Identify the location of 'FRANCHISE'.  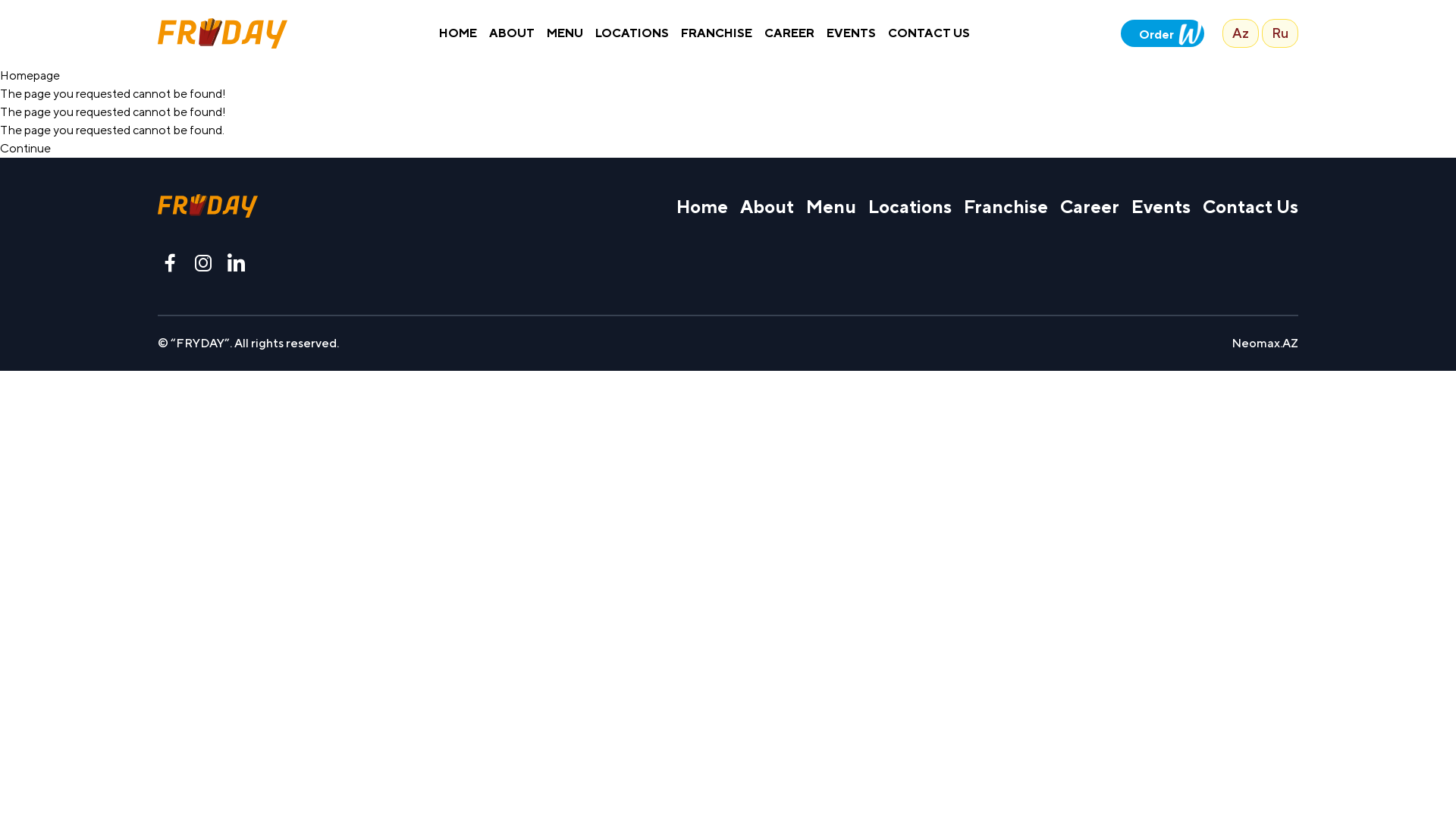
(716, 33).